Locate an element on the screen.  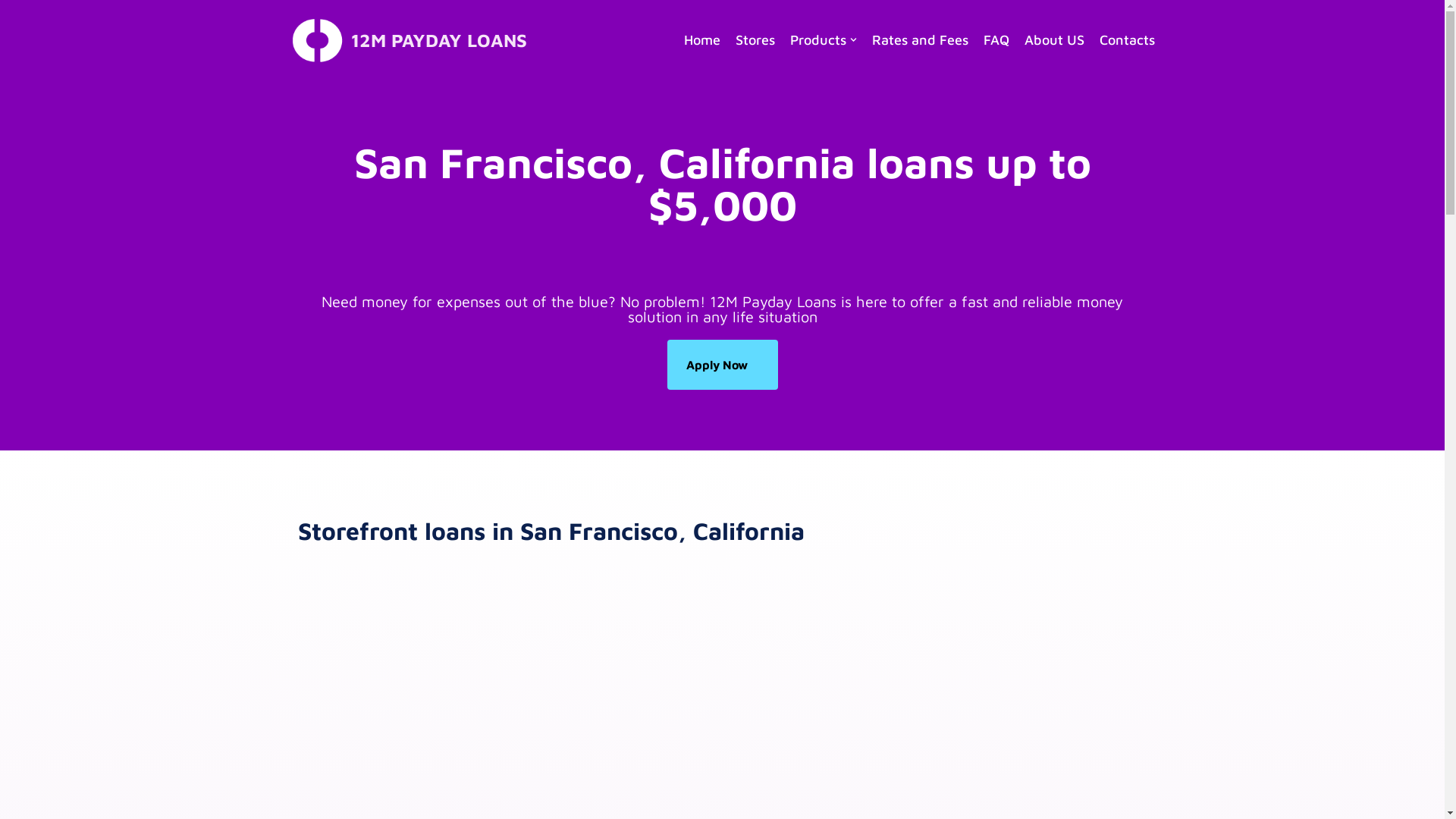
'Rates and Fees' is located at coordinates (919, 39).